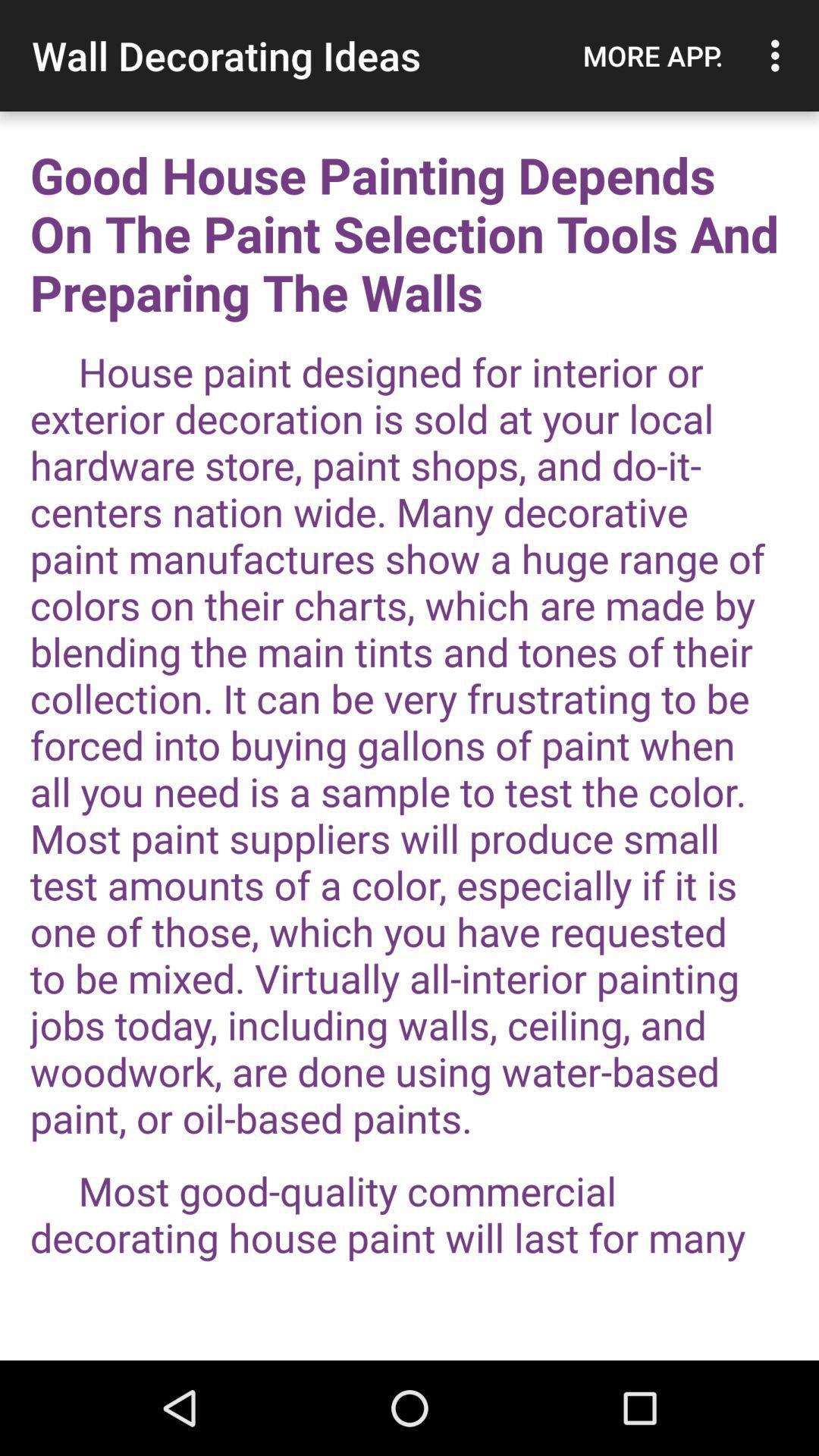 The height and width of the screenshot is (1456, 819). Describe the element at coordinates (652, 55) in the screenshot. I see `app next to wall decorating ideas item` at that location.